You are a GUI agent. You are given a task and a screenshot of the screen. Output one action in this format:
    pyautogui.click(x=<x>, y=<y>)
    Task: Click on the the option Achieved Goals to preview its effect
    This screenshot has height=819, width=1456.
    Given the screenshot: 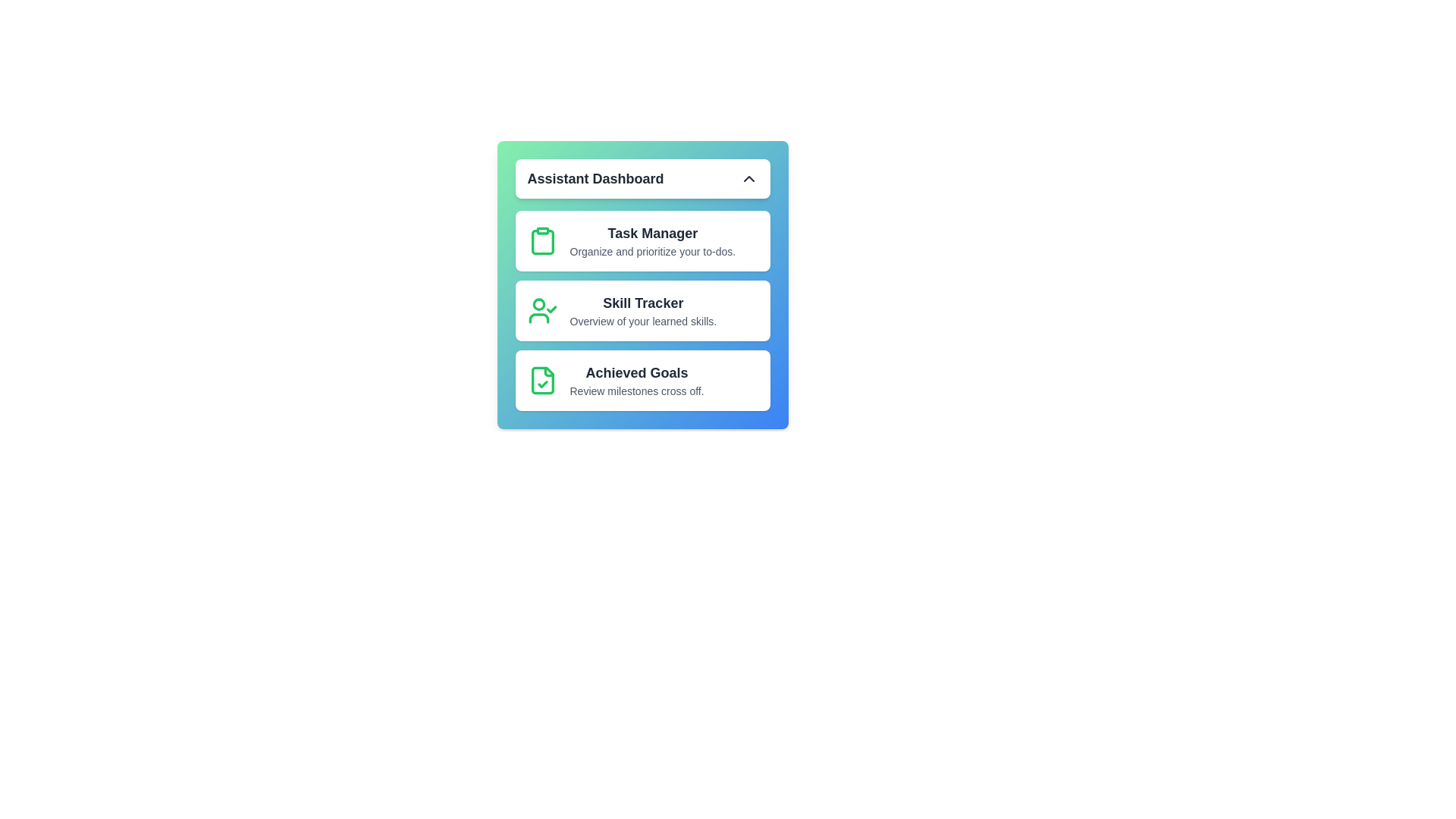 What is the action you would take?
    pyautogui.click(x=642, y=379)
    